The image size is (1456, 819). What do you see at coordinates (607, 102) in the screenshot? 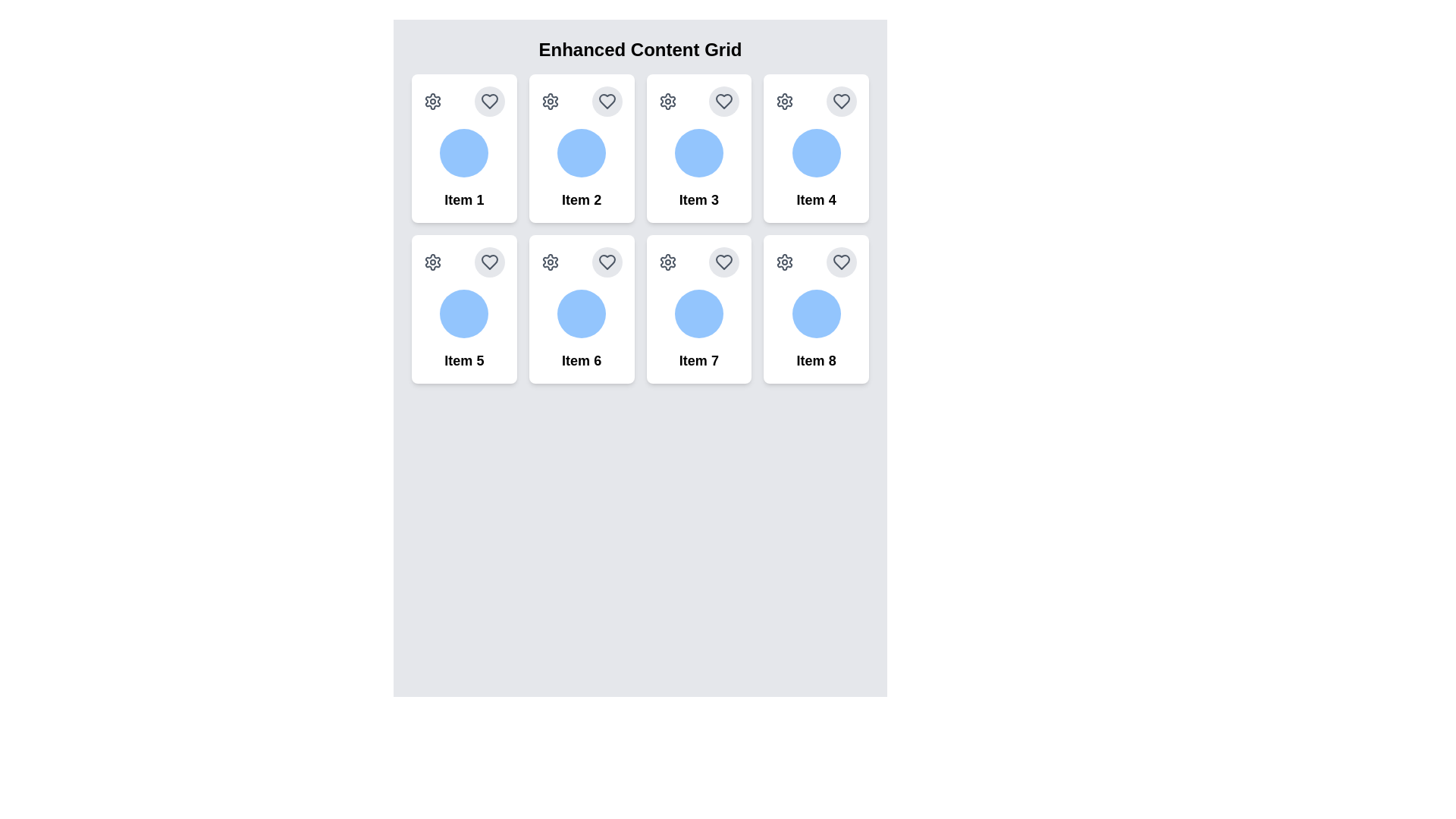
I see `the 'favorite' icon located at the top-right corner of Item 2's card` at bounding box center [607, 102].